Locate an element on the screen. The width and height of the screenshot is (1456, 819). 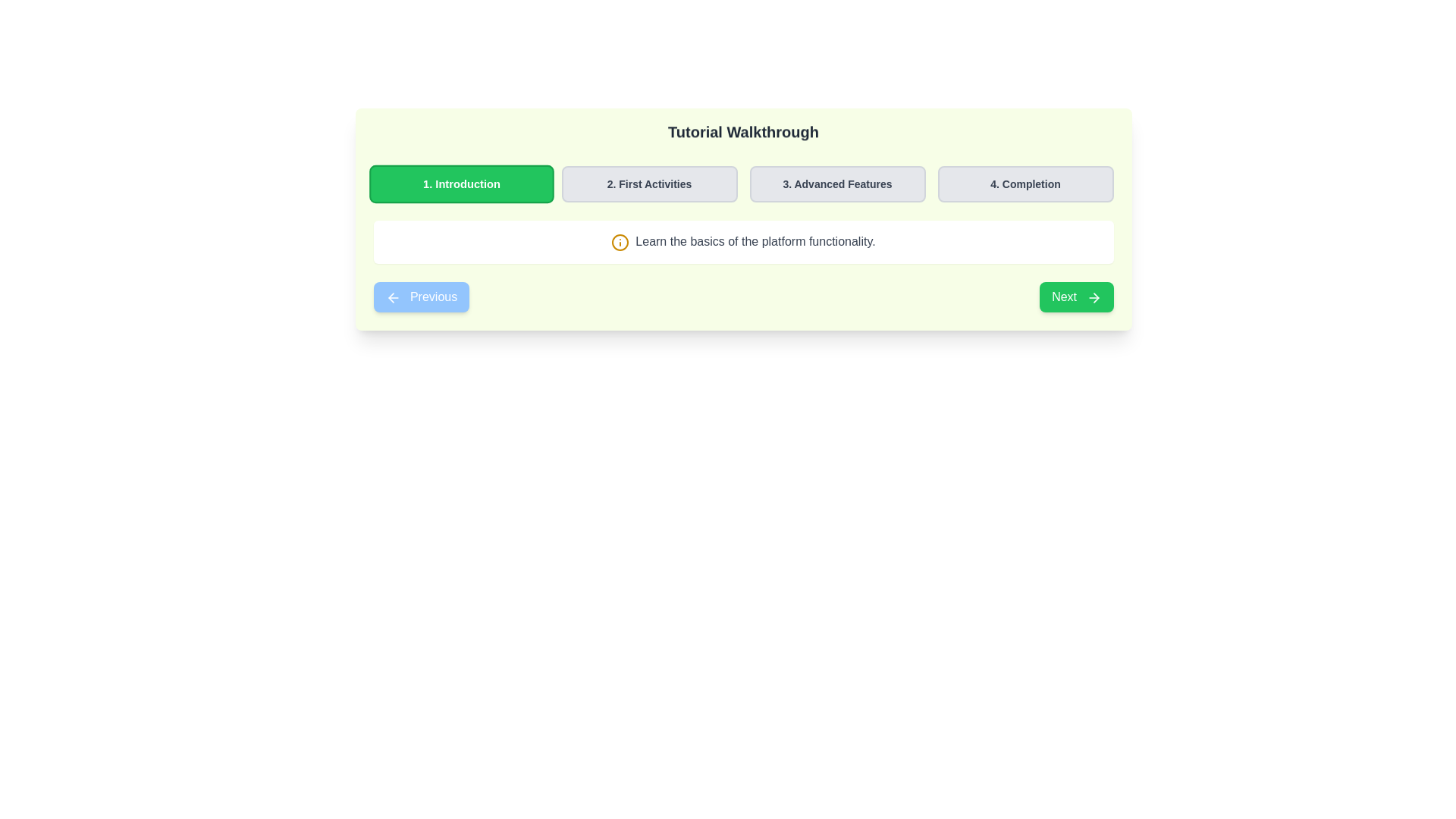
the active button labeled '1. Introduction' which has a green background and is prominently styled as the first button in the horizontal grid layout is located at coordinates (460, 184).